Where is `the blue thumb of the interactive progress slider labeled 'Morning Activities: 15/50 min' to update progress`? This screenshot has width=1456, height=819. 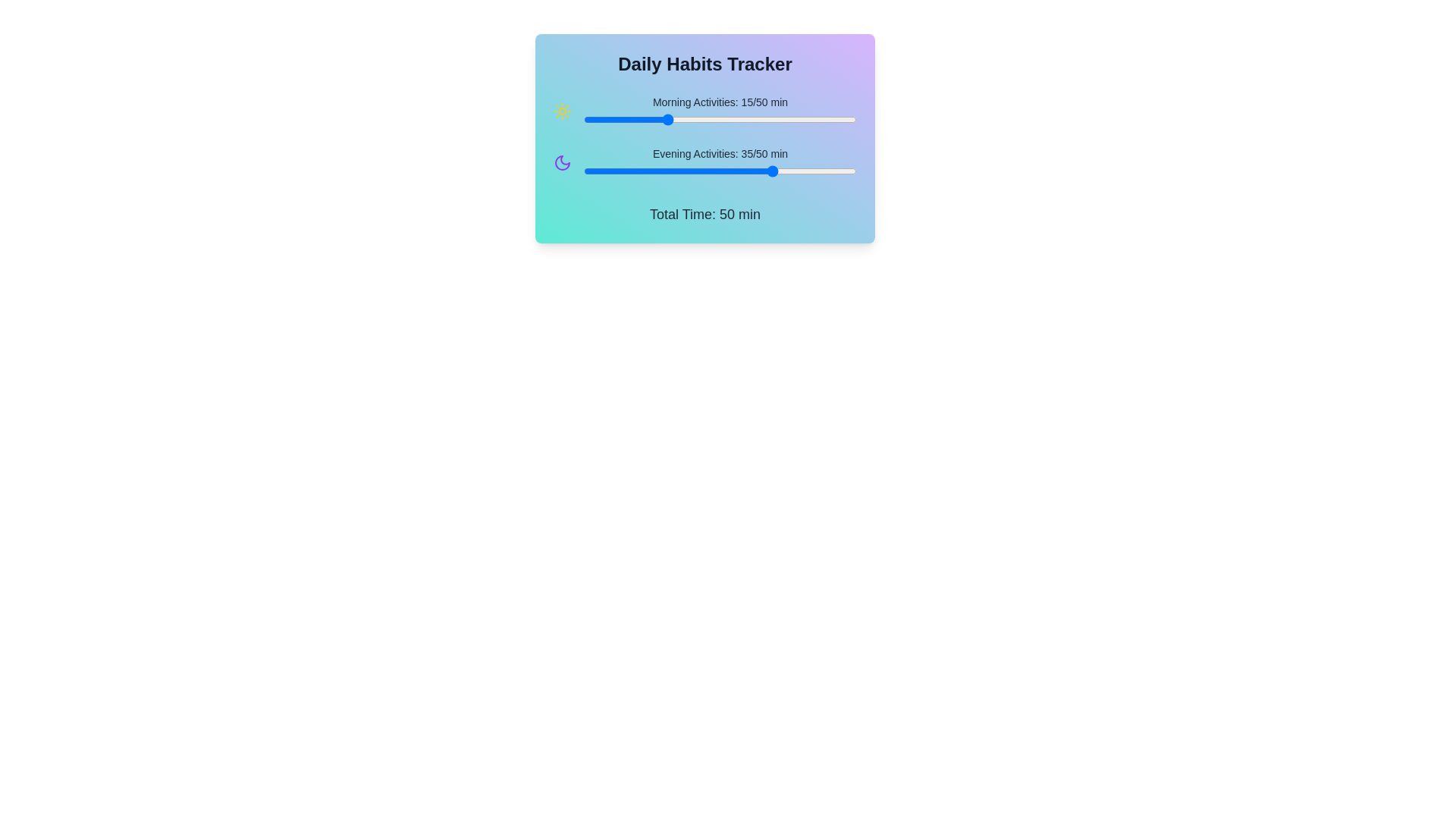 the blue thumb of the interactive progress slider labeled 'Morning Activities: 15/50 min' to update progress is located at coordinates (720, 110).